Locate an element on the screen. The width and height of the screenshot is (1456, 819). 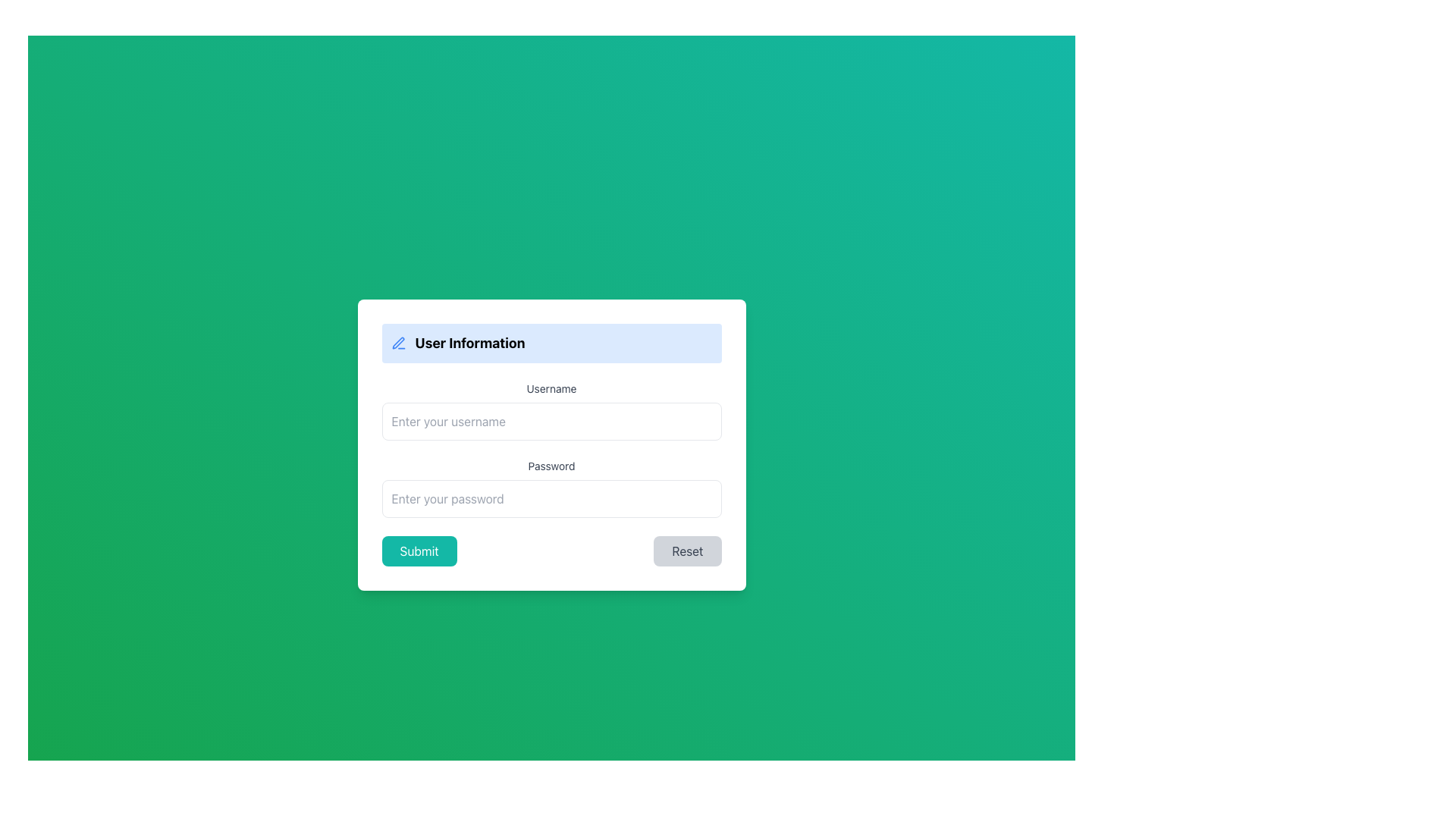
the Text label that indicates the input field for entering the username, which is located near the upper middle portion of the form is located at coordinates (551, 388).